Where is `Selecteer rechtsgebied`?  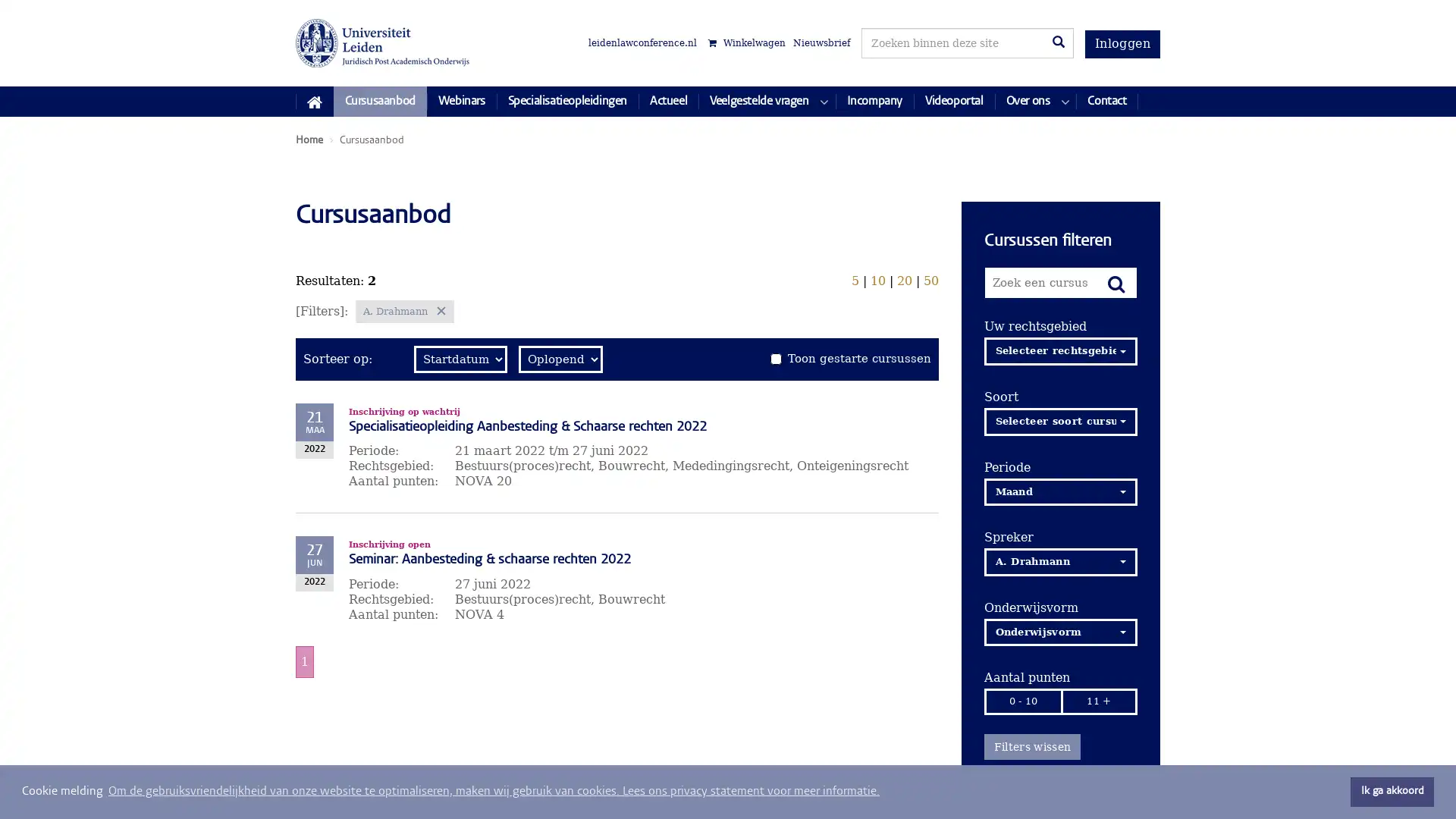
Selecteer rechtsgebied is located at coordinates (1059, 350).